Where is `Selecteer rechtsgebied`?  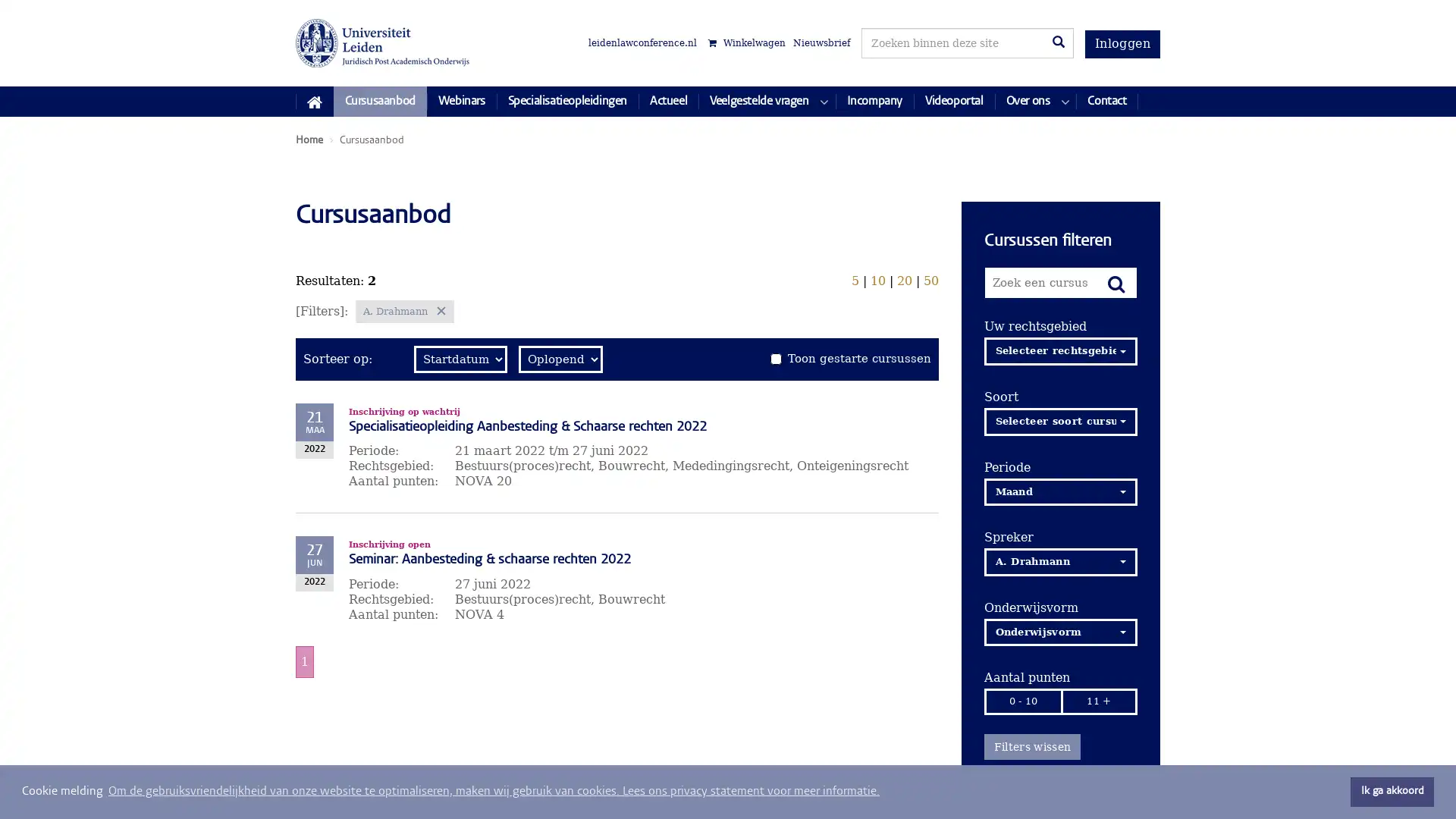
Selecteer rechtsgebied is located at coordinates (1059, 350).